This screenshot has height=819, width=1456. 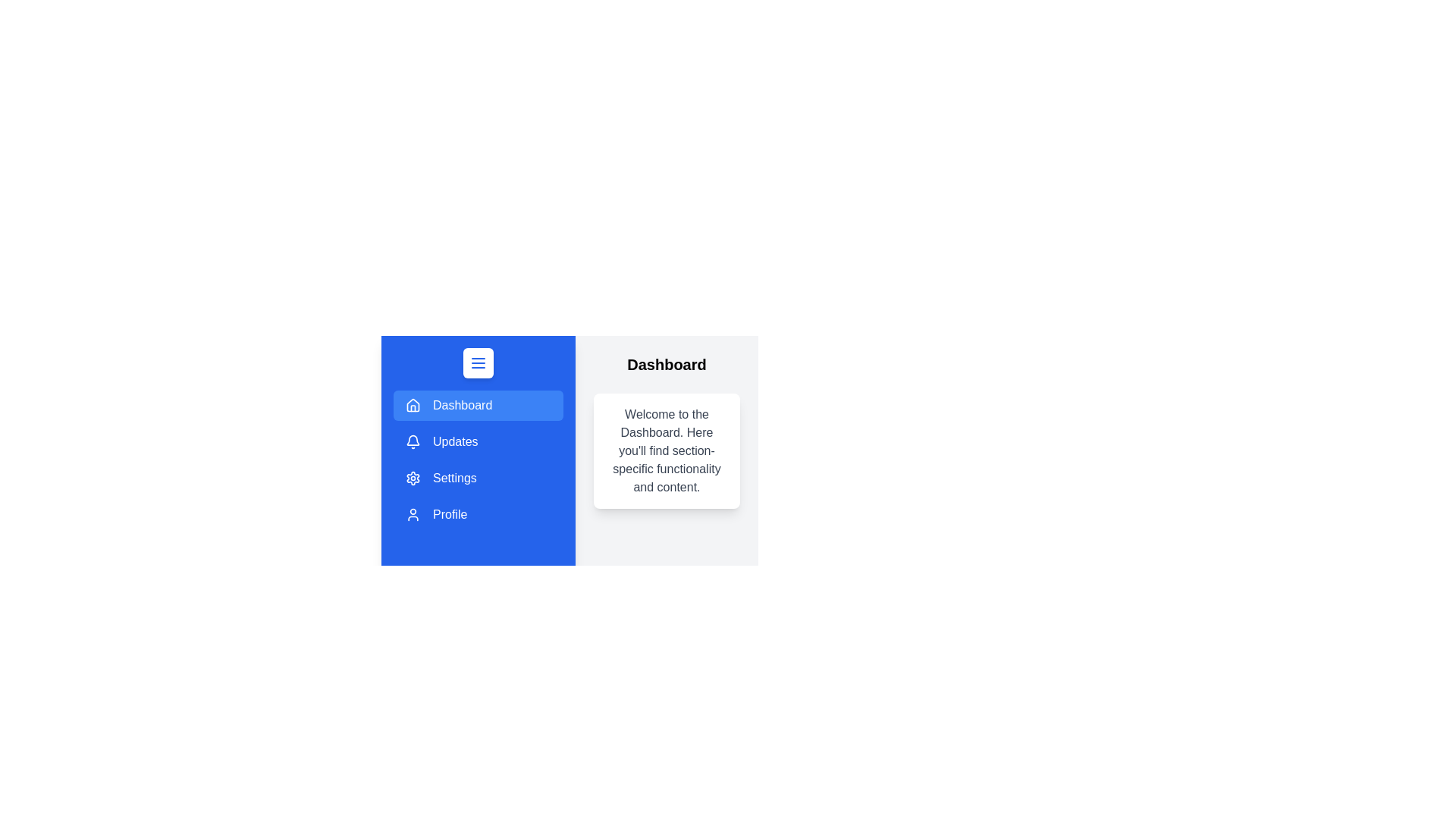 I want to click on toggle button to open or close the drawer, so click(x=477, y=362).